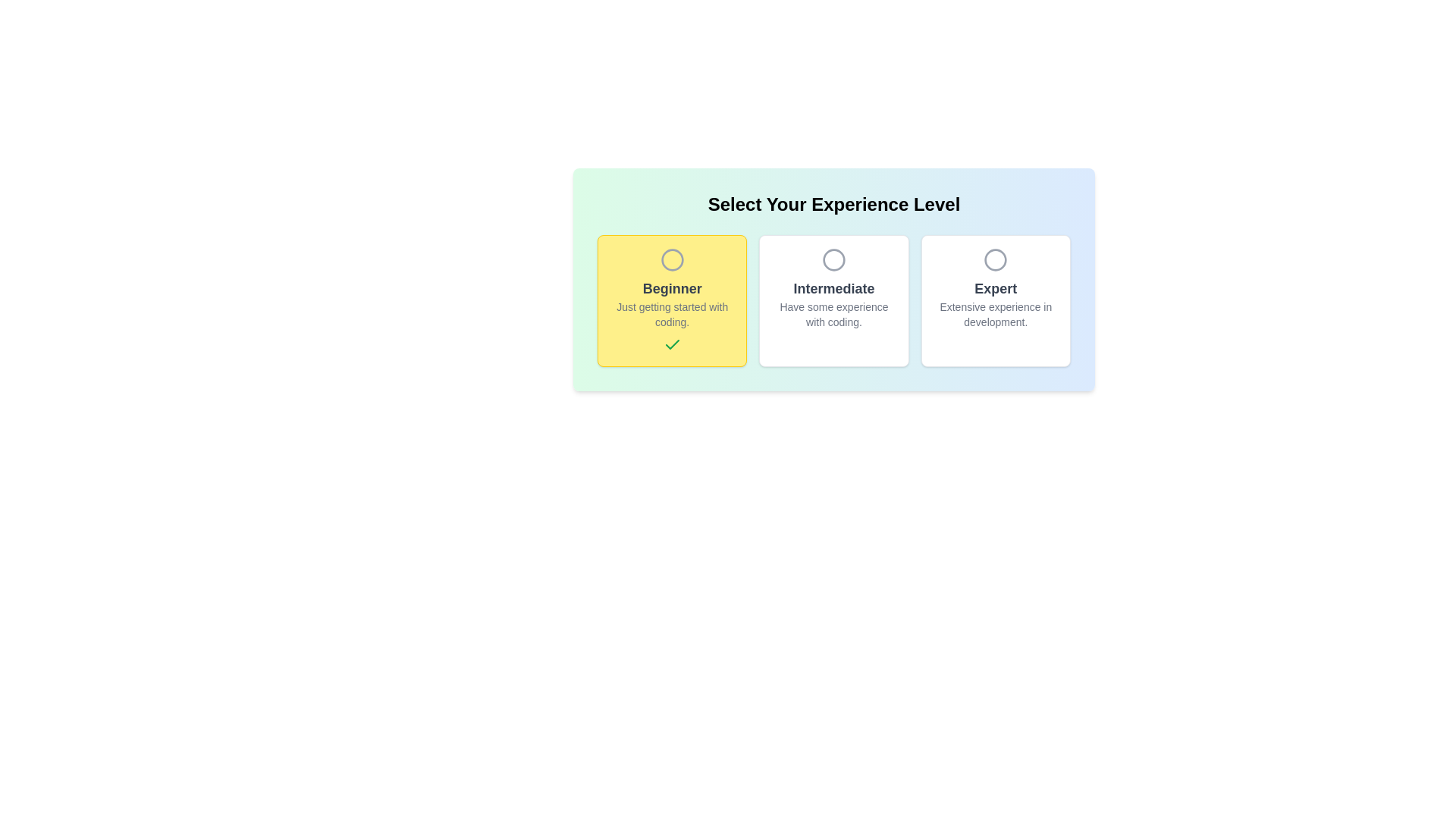 Image resolution: width=1456 pixels, height=819 pixels. Describe the element at coordinates (996, 289) in the screenshot. I see `'Expert' choice category label positioned in the rightmost segment of a three-part selection panel, above the text 'Extensive experience in development.'` at that location.